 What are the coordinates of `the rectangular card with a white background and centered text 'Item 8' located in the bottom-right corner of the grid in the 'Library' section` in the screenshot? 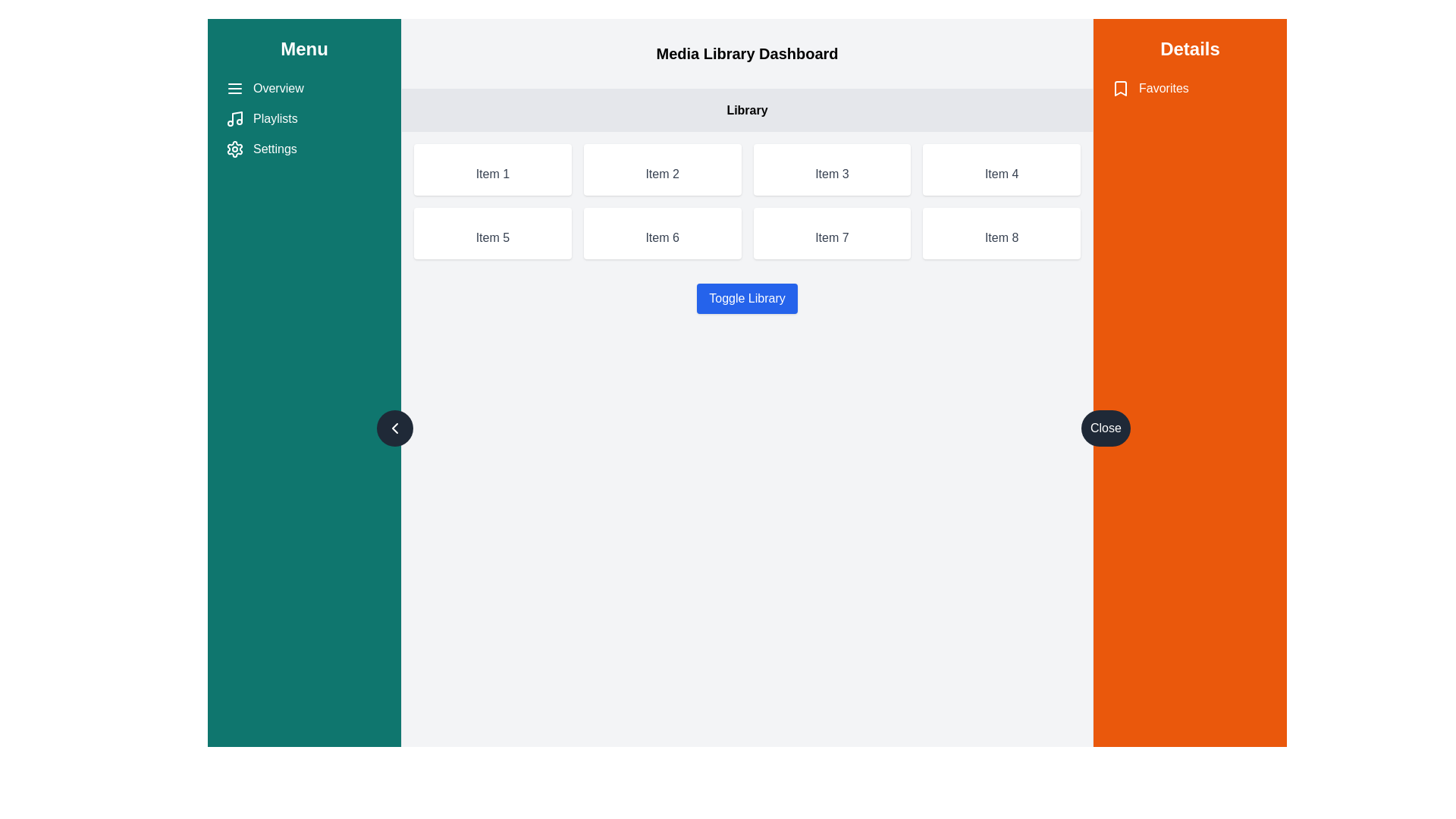 It's located at (1002, 234).